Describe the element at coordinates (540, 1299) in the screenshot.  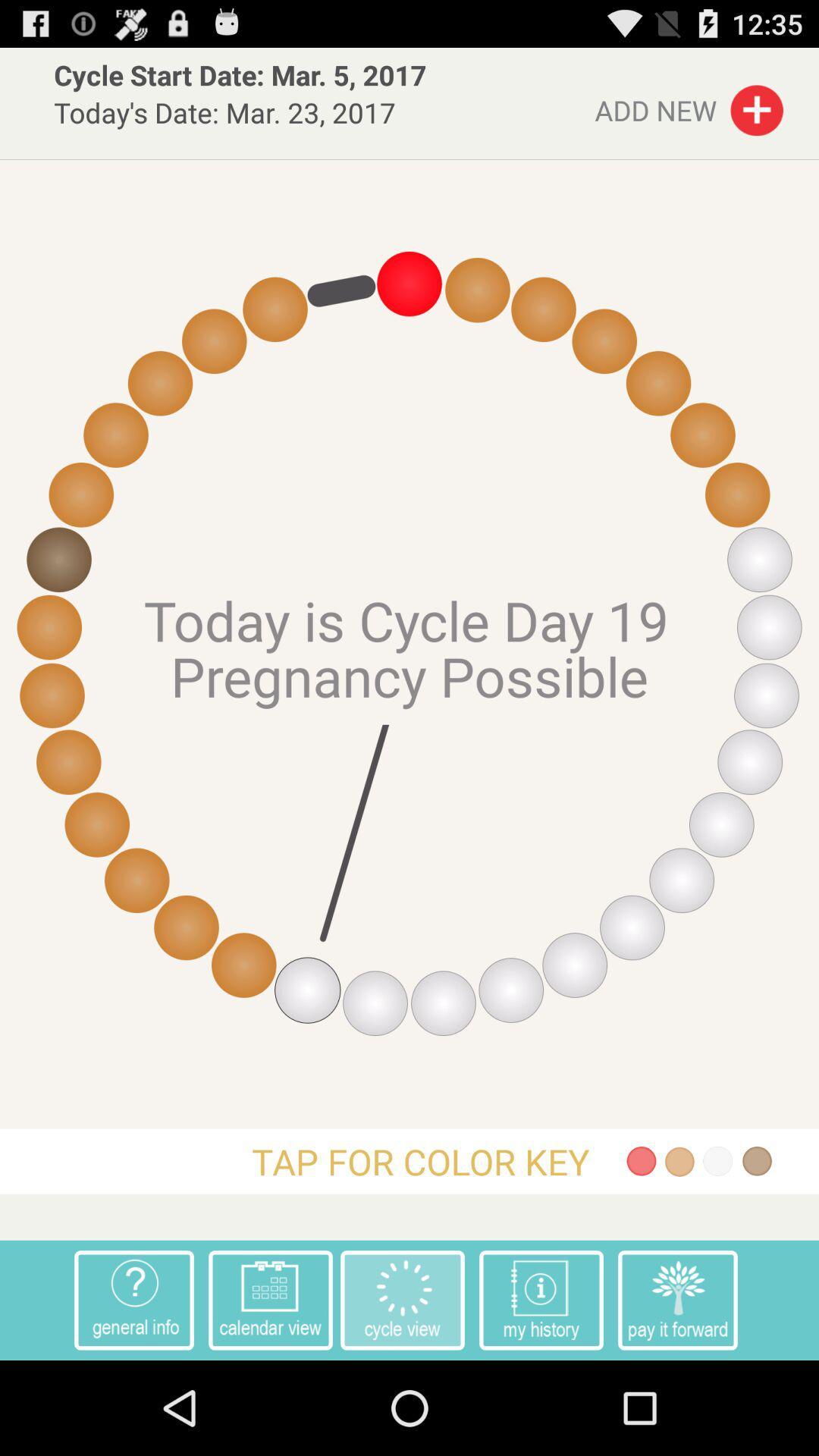
I see `the app to the left of` at that location.